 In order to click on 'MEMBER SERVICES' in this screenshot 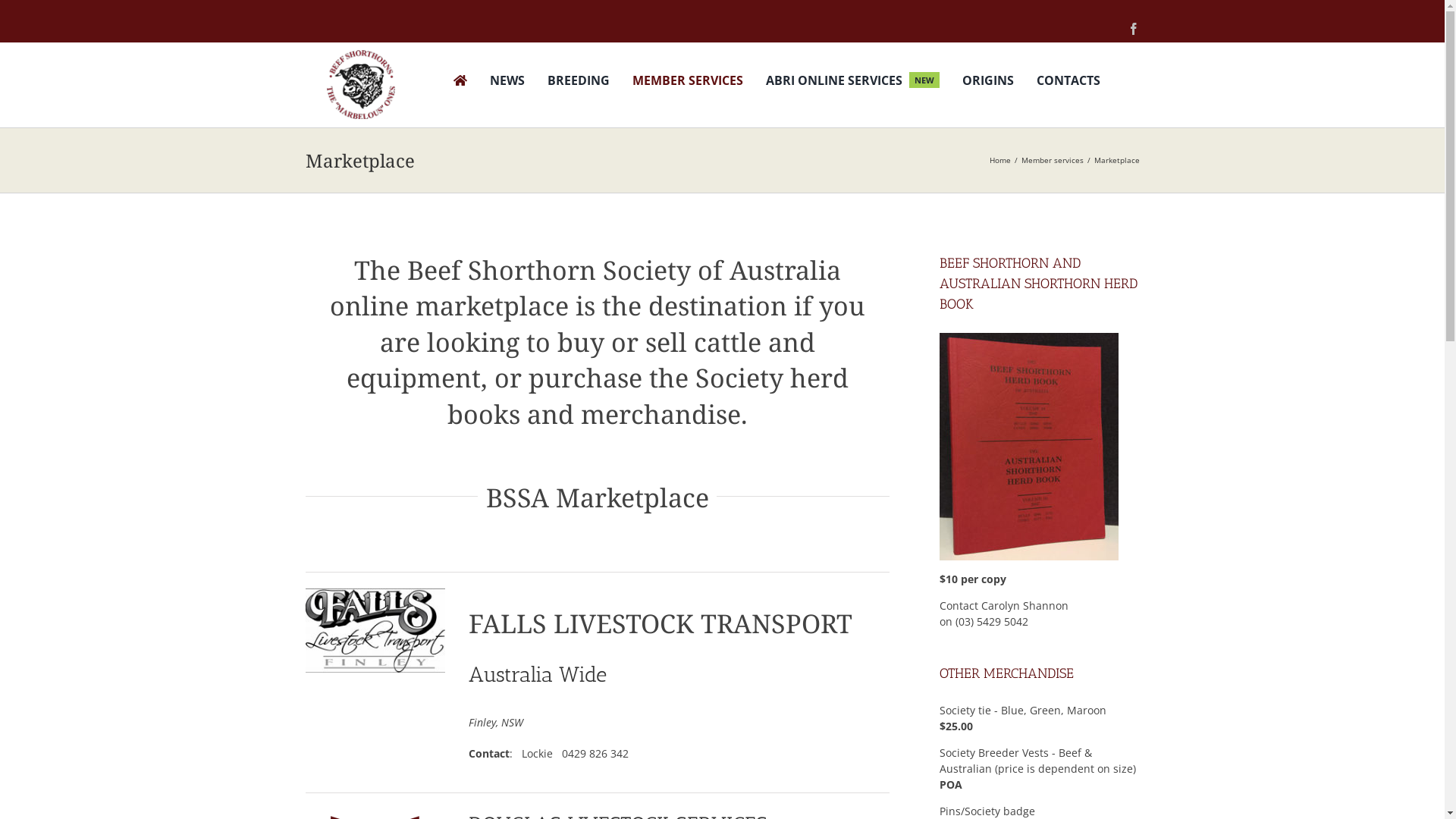, I will do `click(687, 82)`.